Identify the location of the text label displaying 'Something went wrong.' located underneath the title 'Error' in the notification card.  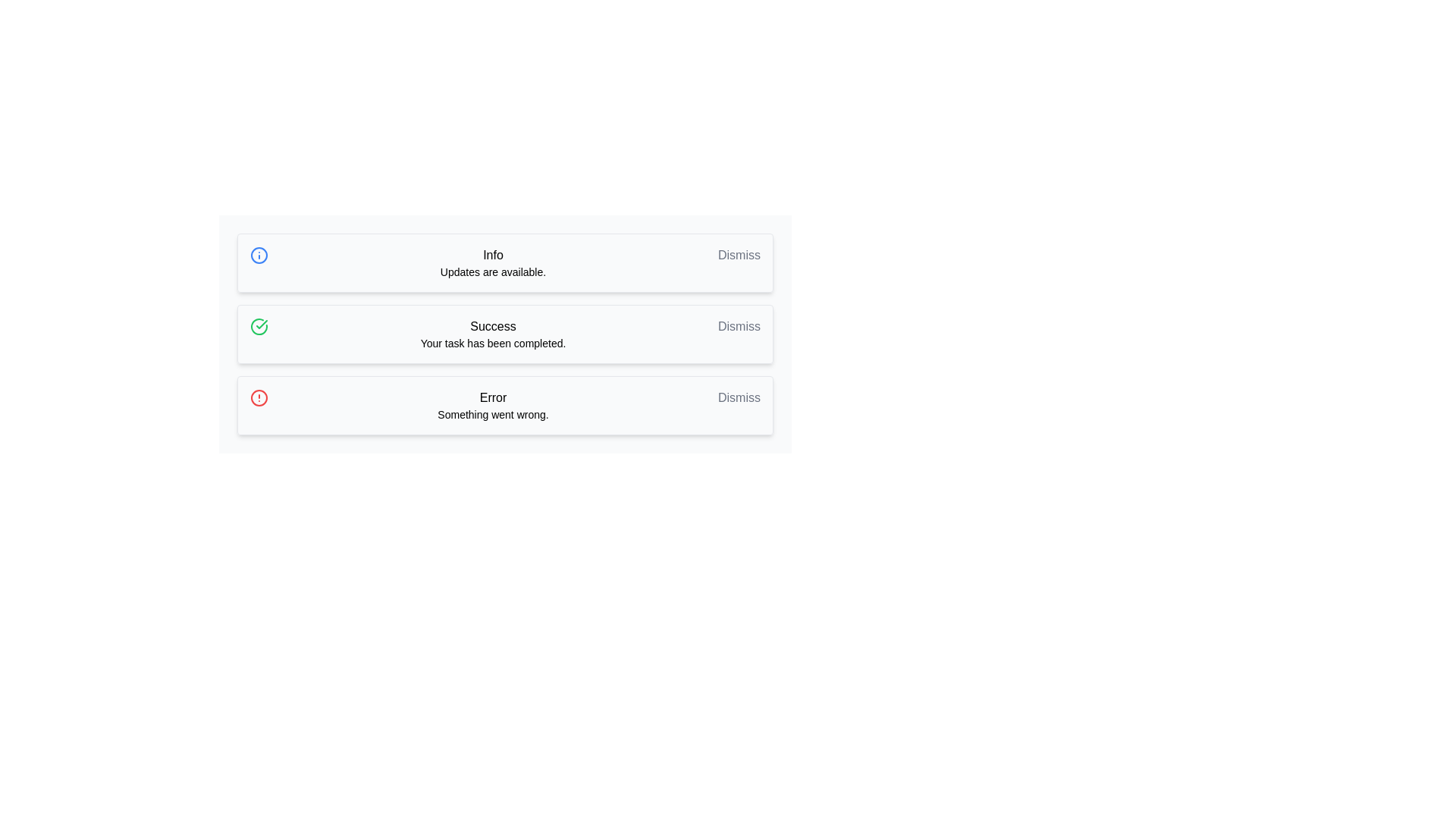
(493, 415).